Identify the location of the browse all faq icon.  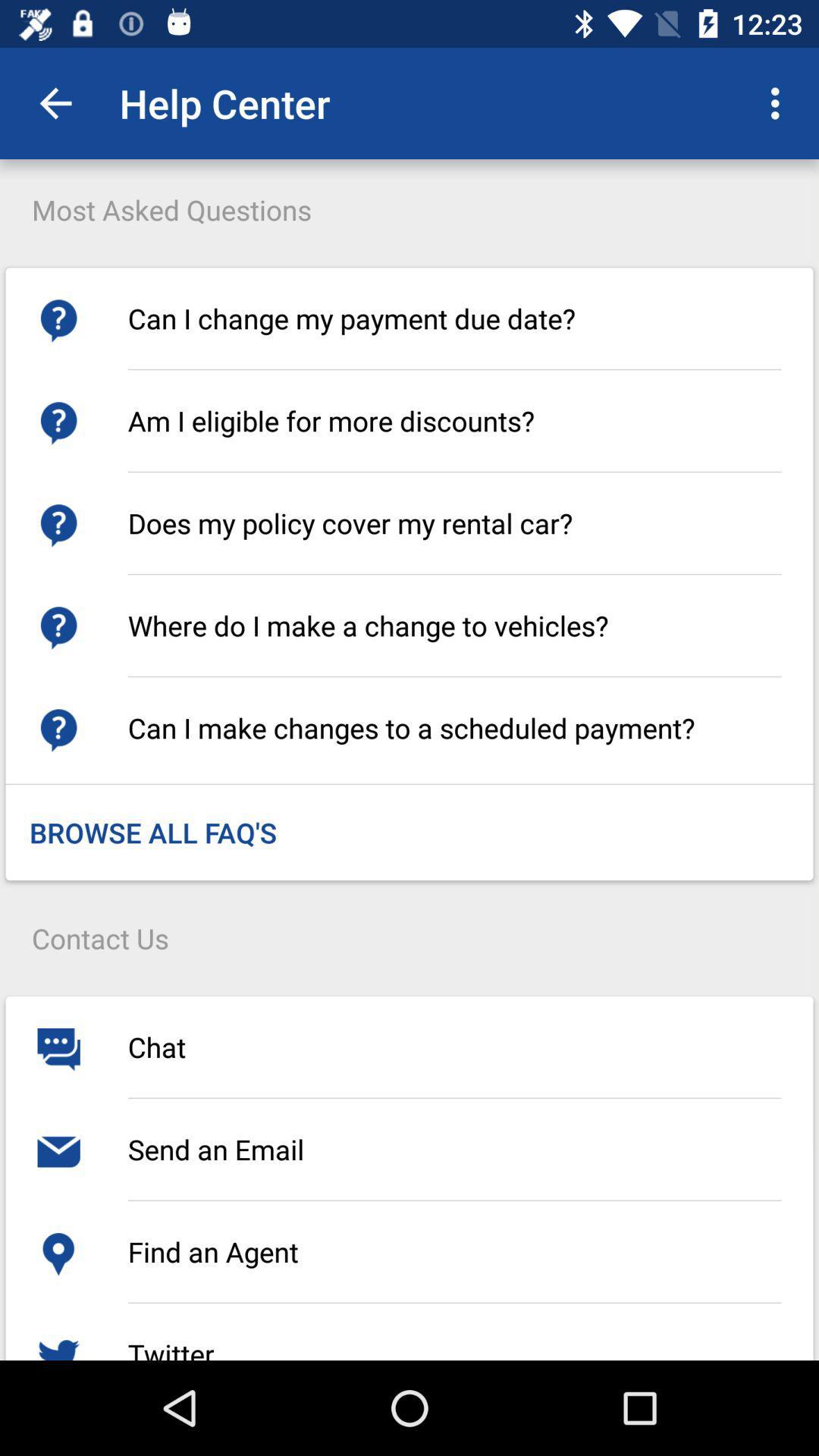
(153, 832).